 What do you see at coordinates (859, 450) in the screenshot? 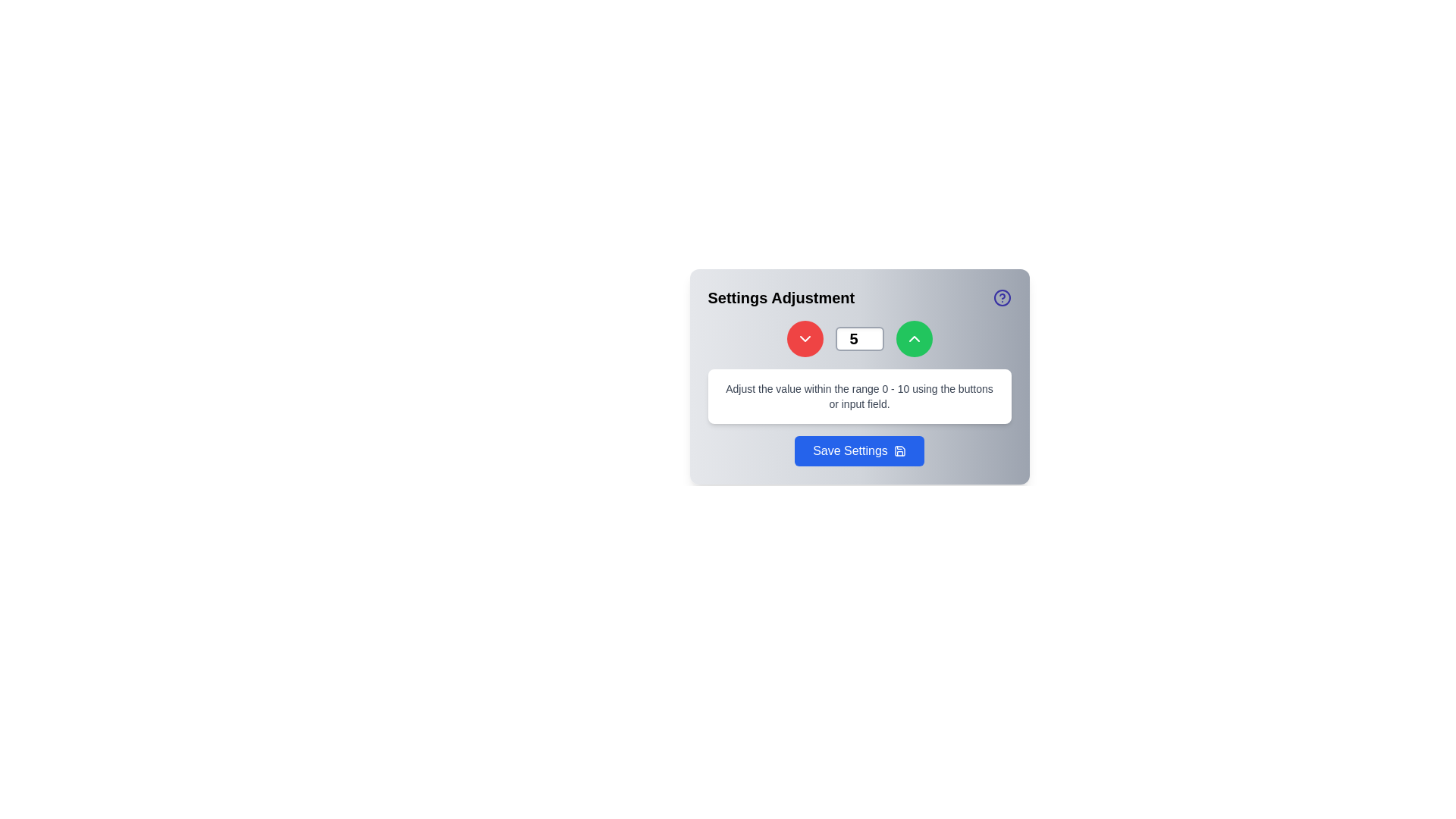
I see `the blue rectangular button labeled 'Save Settings' to observe its hover effect` at bounding box center [859, 450].